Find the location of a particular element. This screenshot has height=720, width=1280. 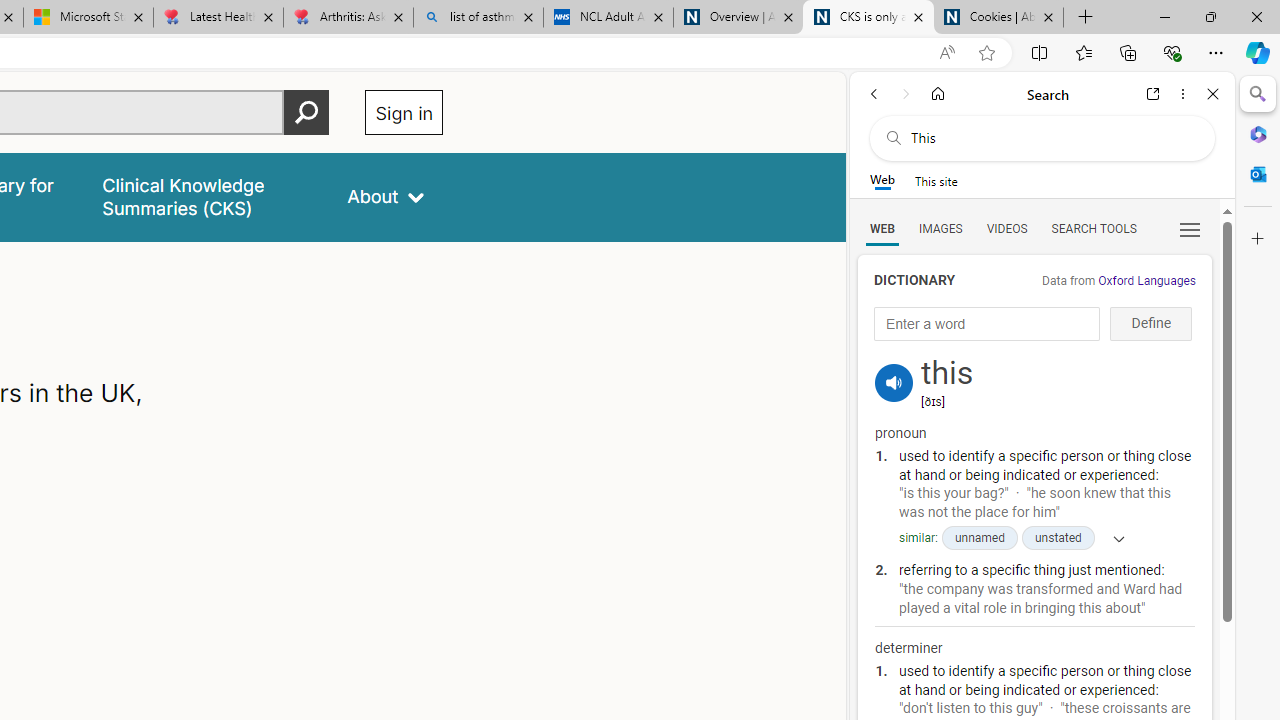

'CKS is only available in the UK | NICE' is located at coordinates (868, 17).